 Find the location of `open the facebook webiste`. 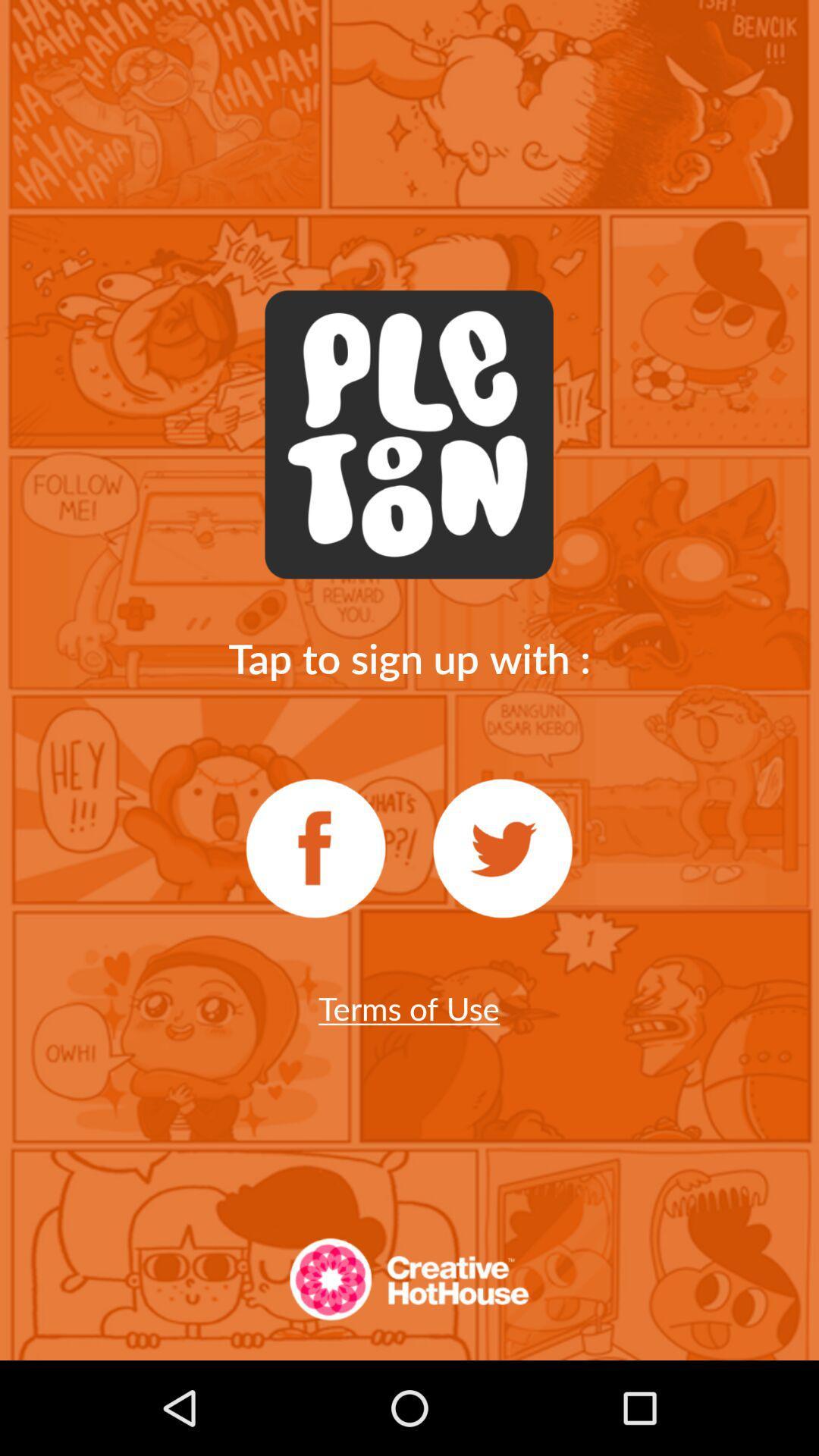

open the facebook webiste is located at coordinates (315, 848).